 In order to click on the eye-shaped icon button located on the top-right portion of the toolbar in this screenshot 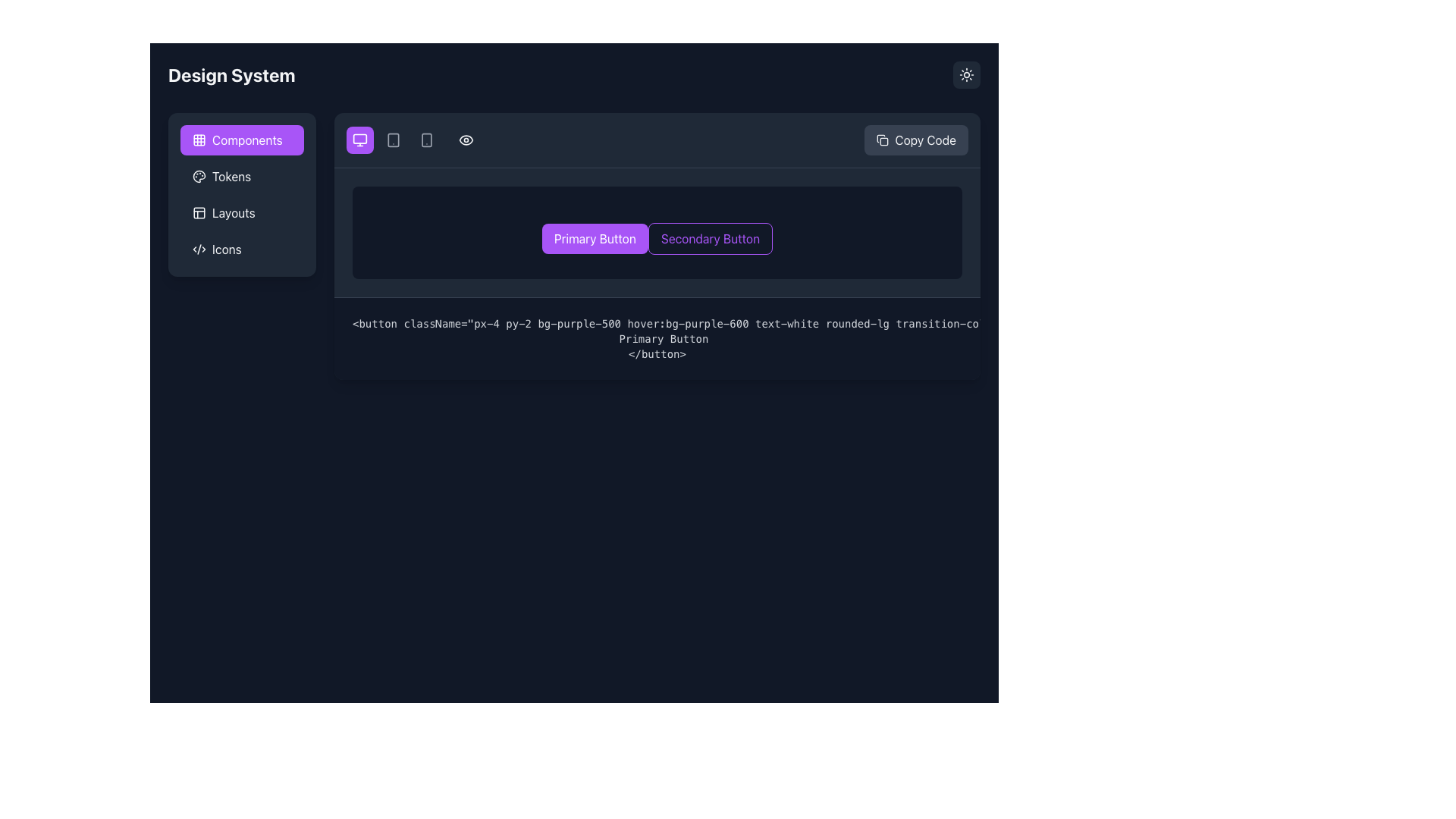, I will do `click(465, 140)`.